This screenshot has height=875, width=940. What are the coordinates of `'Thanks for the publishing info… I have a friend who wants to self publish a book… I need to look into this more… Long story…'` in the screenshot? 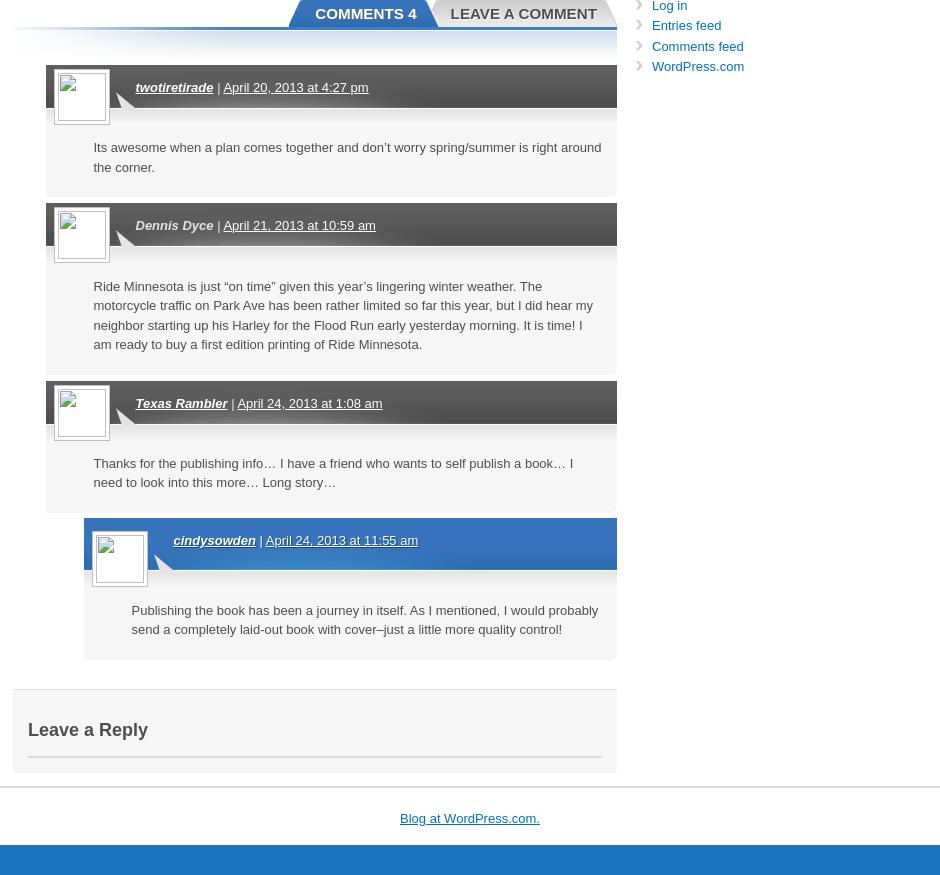 It's located at (333, 472).